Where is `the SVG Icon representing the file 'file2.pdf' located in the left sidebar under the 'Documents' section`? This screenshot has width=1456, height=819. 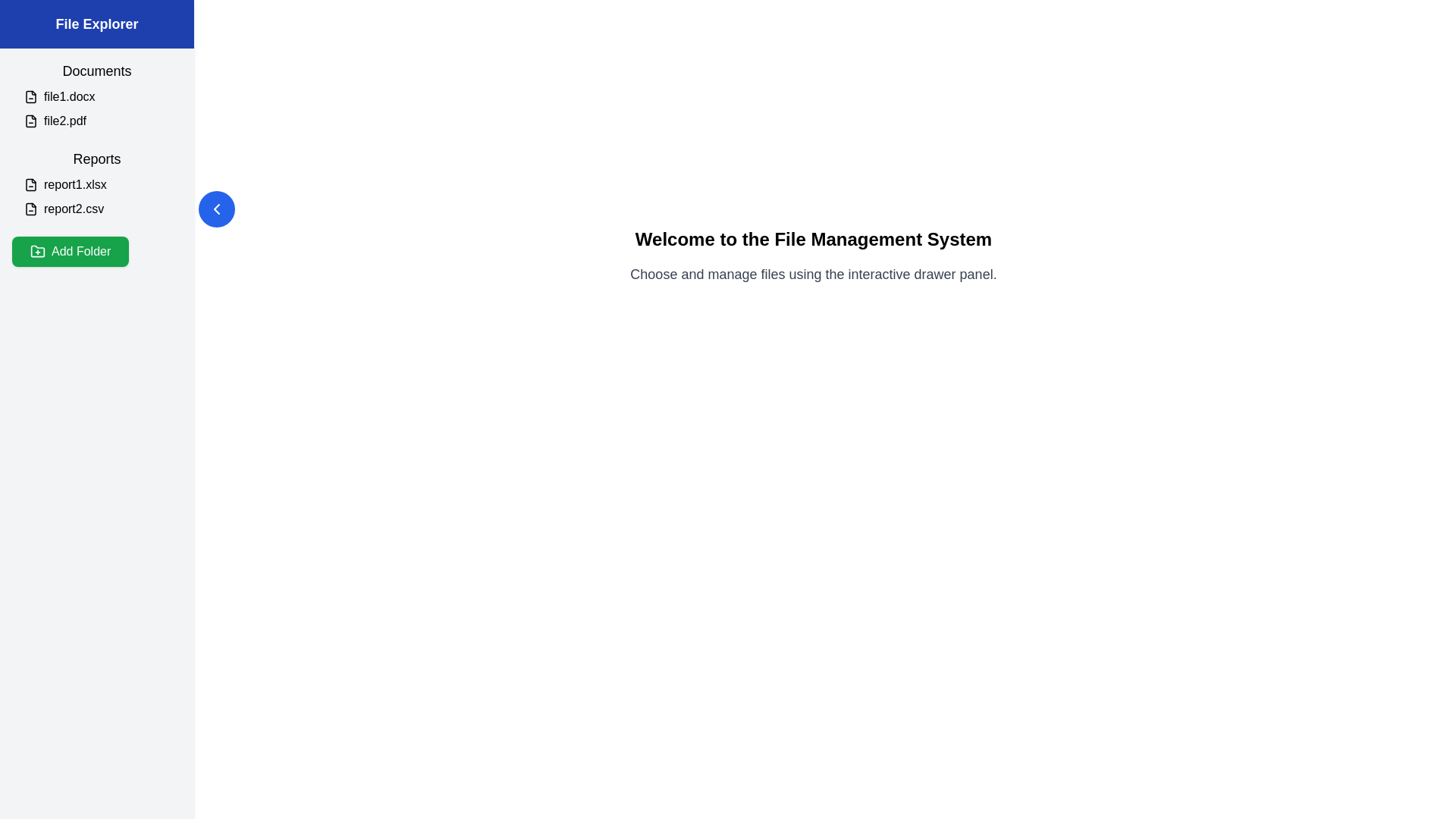 the SVG Icon representing the file 'file2.pdf' located in the left sidebar under the 'Documents' section is located at coordinates (31, 120).